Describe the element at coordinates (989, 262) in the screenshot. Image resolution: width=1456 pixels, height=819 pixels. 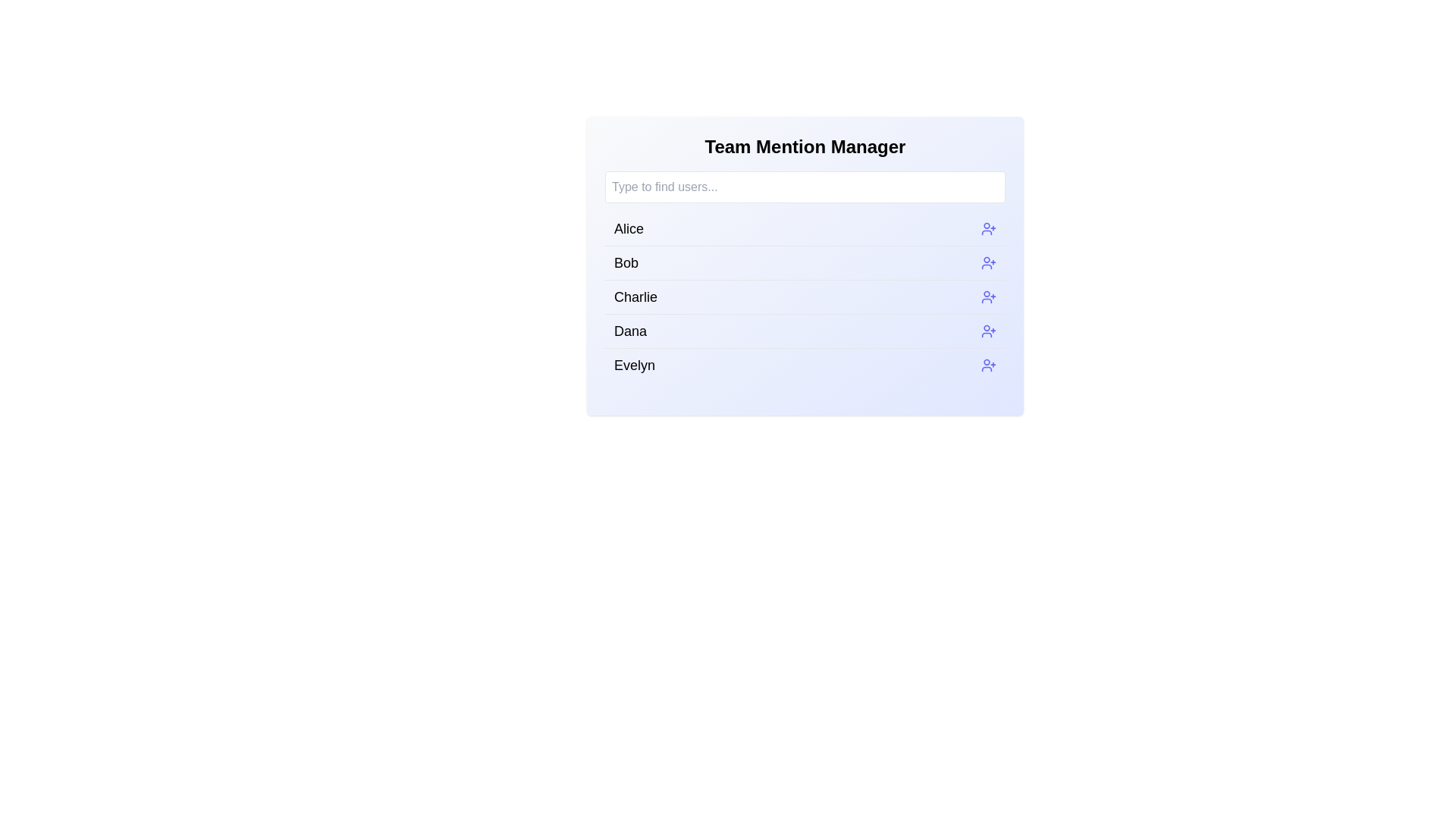
I see `the icon button, which is an indigo circular icon of a person with a '+' symbol beside it, located immediately to the right of the text 'Bob' in the 'Team Mention Manager' section` at that location.